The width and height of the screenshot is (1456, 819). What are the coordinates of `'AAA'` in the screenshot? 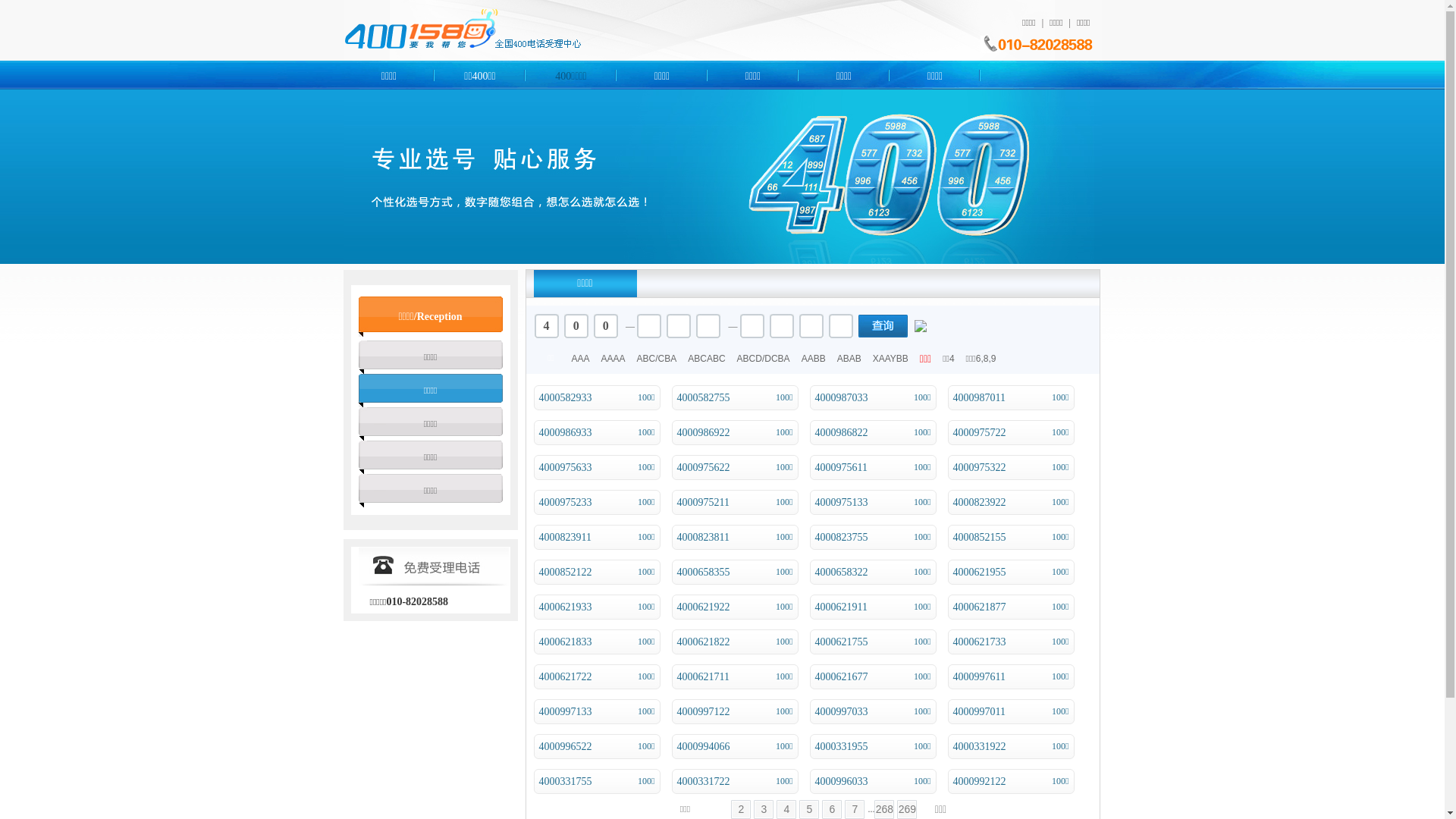 It's located at (580, 359).